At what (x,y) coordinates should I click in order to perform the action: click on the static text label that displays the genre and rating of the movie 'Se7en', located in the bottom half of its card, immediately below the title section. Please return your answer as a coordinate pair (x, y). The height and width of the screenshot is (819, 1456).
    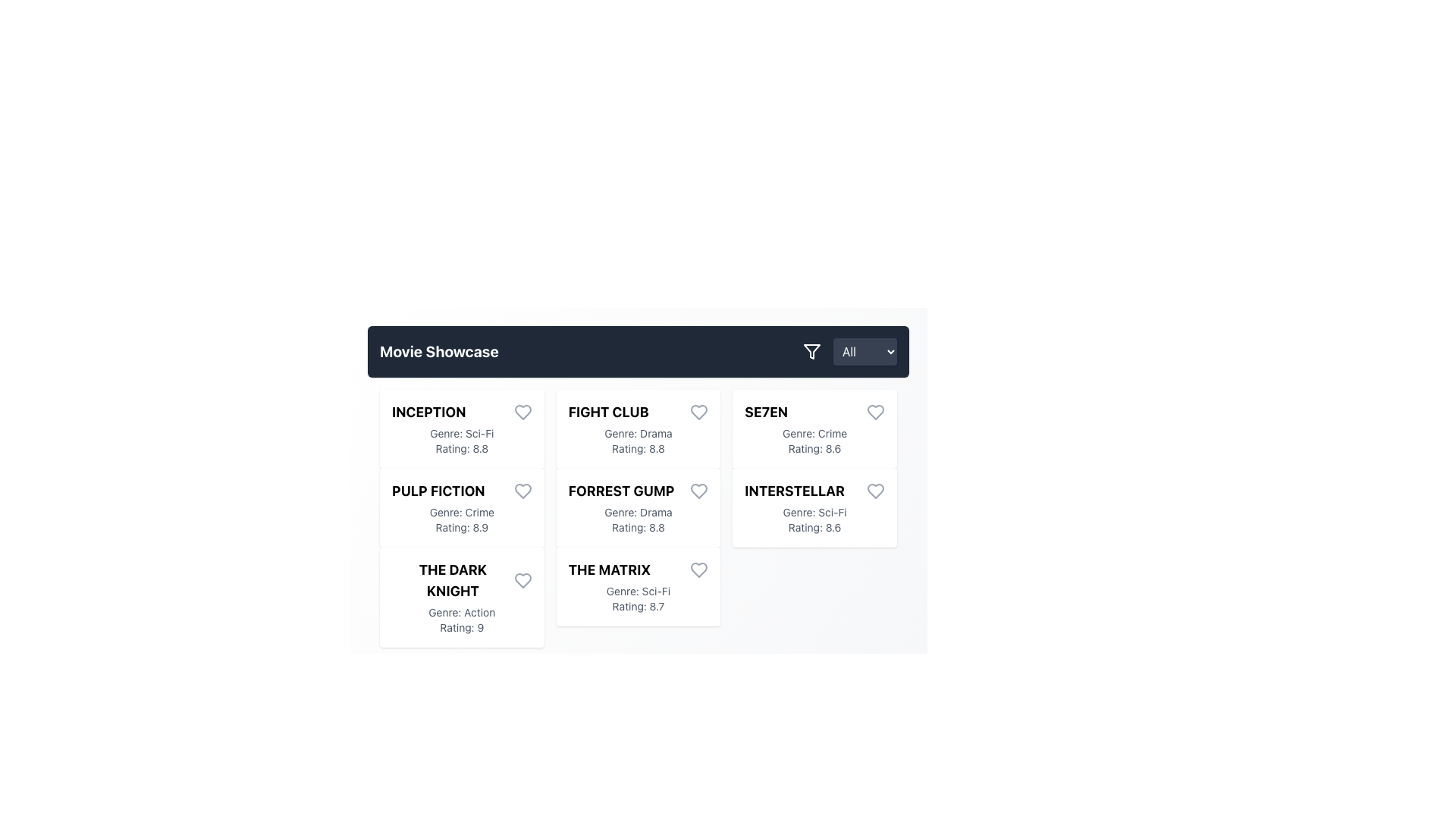
    Looking at the image, I should click on (814, 441).